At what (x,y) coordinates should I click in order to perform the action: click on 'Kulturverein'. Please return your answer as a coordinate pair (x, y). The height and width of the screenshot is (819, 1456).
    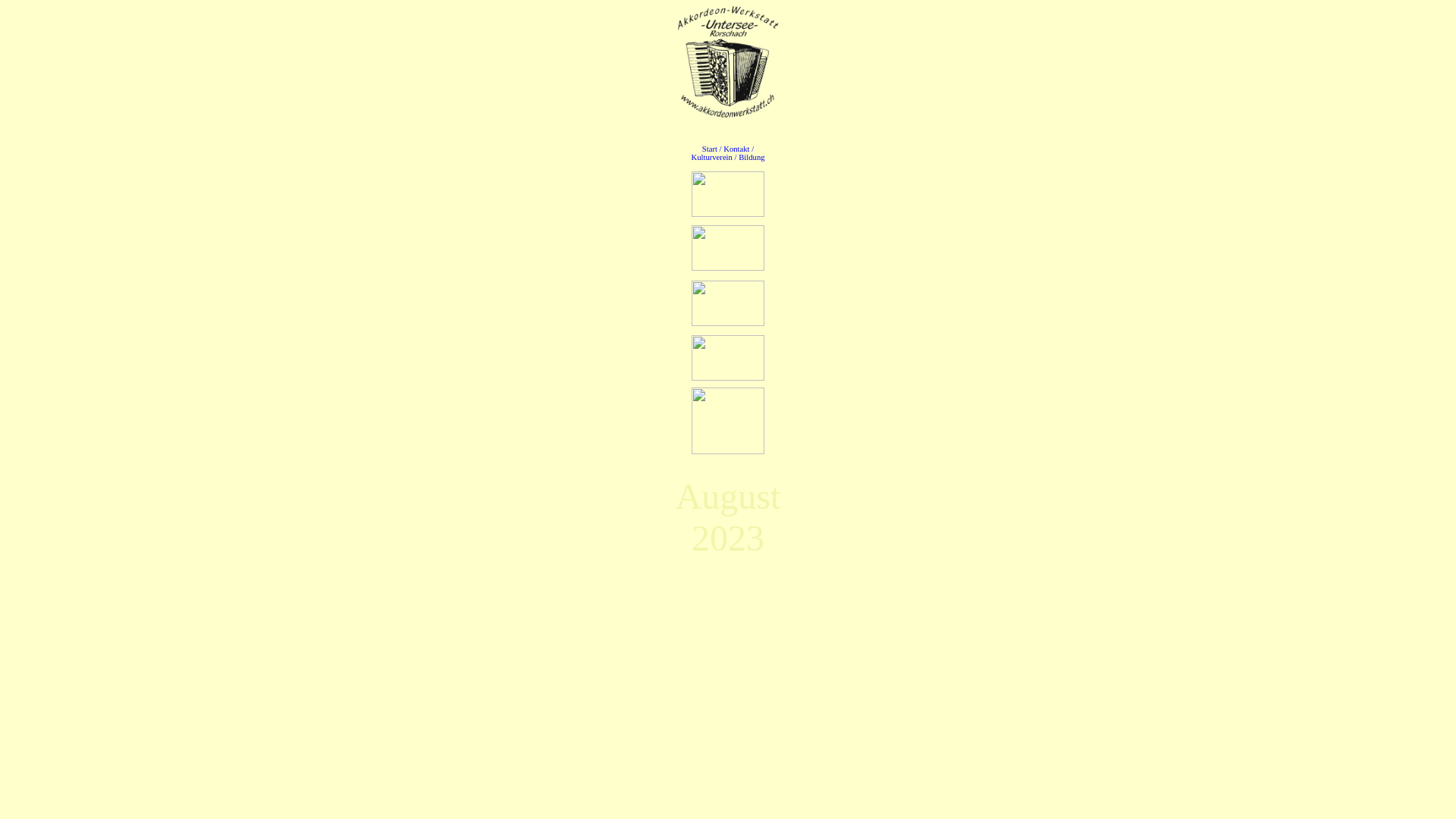
    Looking at the image, I should click on (710, 157).